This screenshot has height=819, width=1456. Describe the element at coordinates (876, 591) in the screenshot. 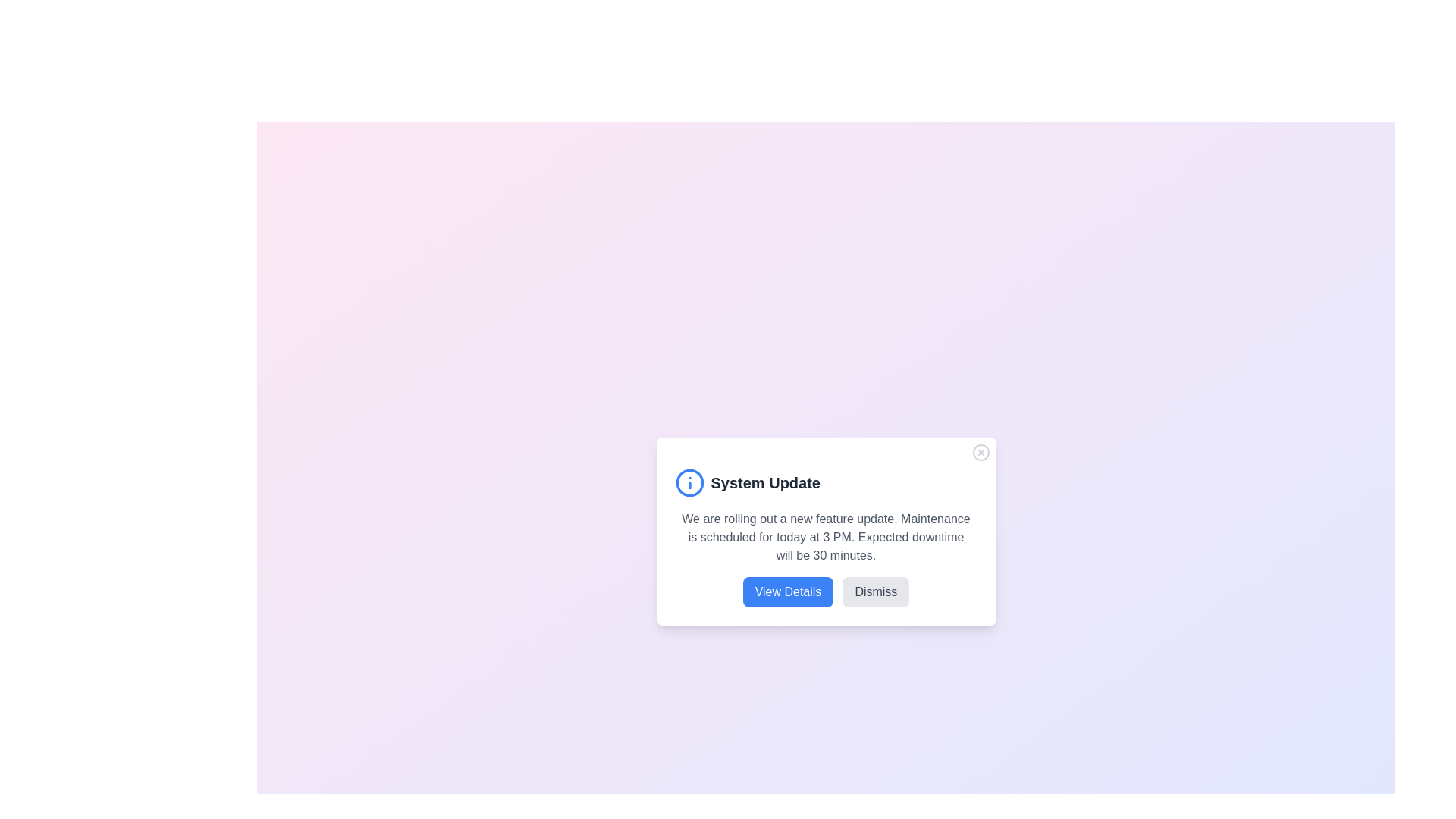

I see `the 'Dismiss' button located to the right of the 'View Details' button in the modal dialog box to change its background color` at that location.